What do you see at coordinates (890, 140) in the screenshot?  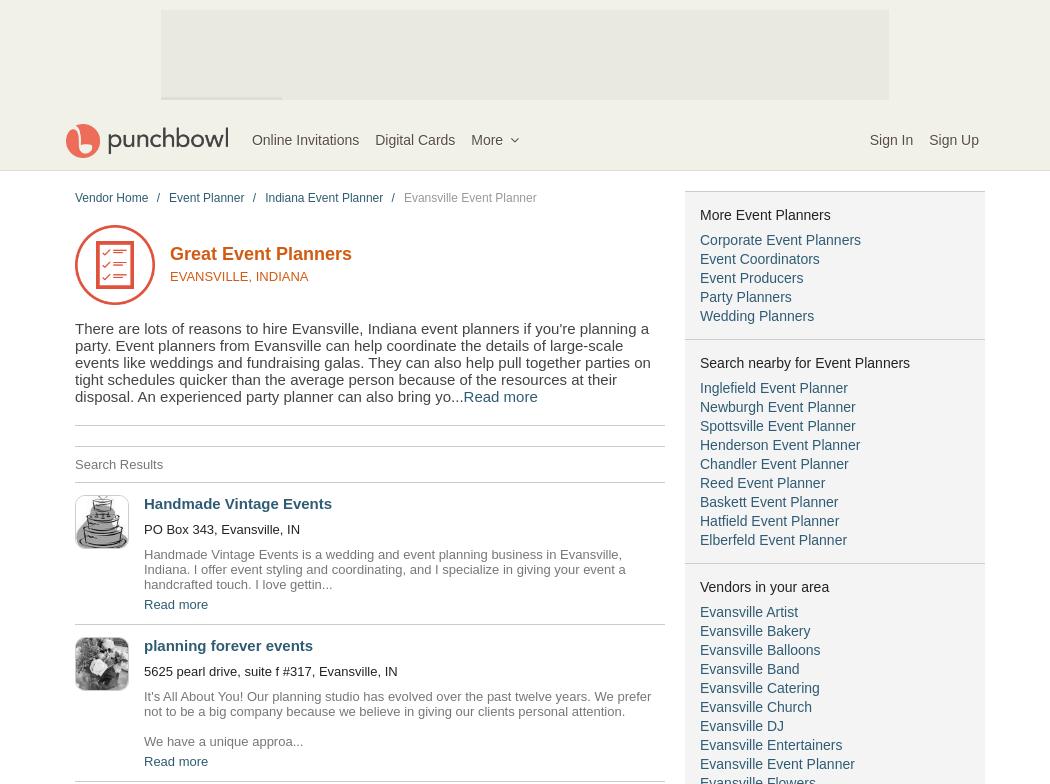 I see `'Sign In'` at bounding box center [890, 140].